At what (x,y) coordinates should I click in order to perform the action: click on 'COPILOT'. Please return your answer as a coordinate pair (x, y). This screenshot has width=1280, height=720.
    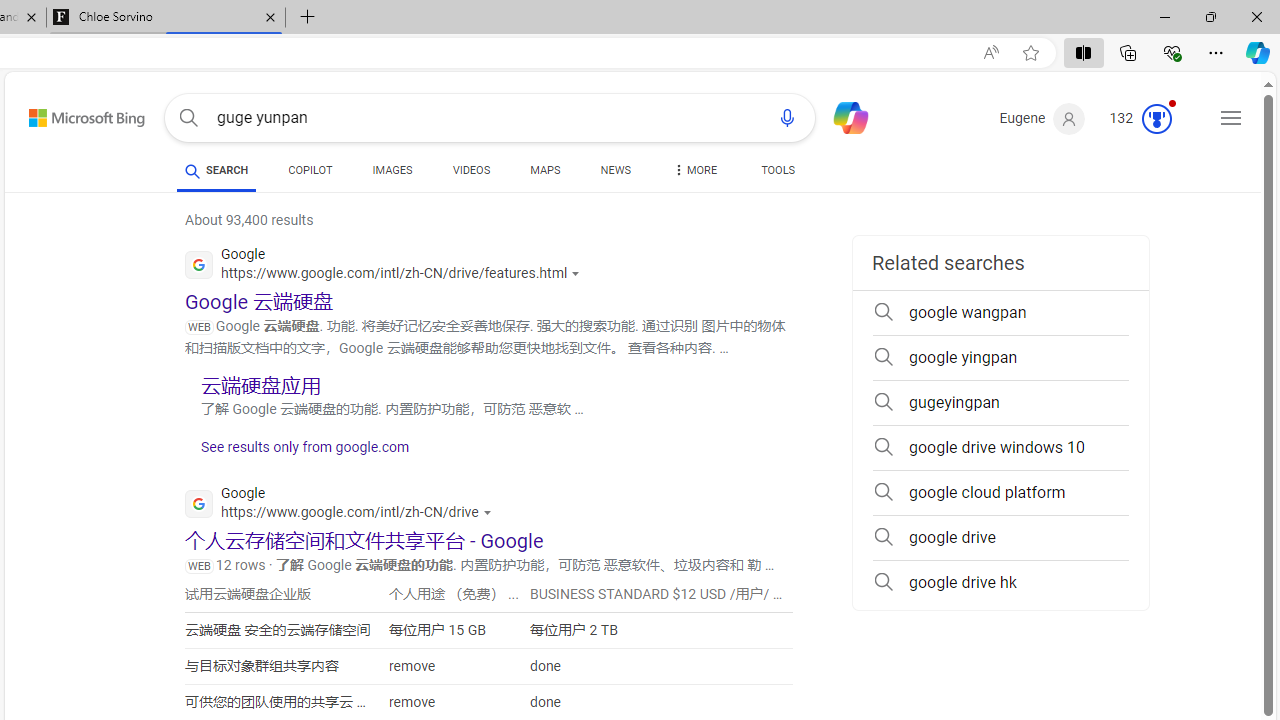
    Looking at the image, I should click on (309, 172).